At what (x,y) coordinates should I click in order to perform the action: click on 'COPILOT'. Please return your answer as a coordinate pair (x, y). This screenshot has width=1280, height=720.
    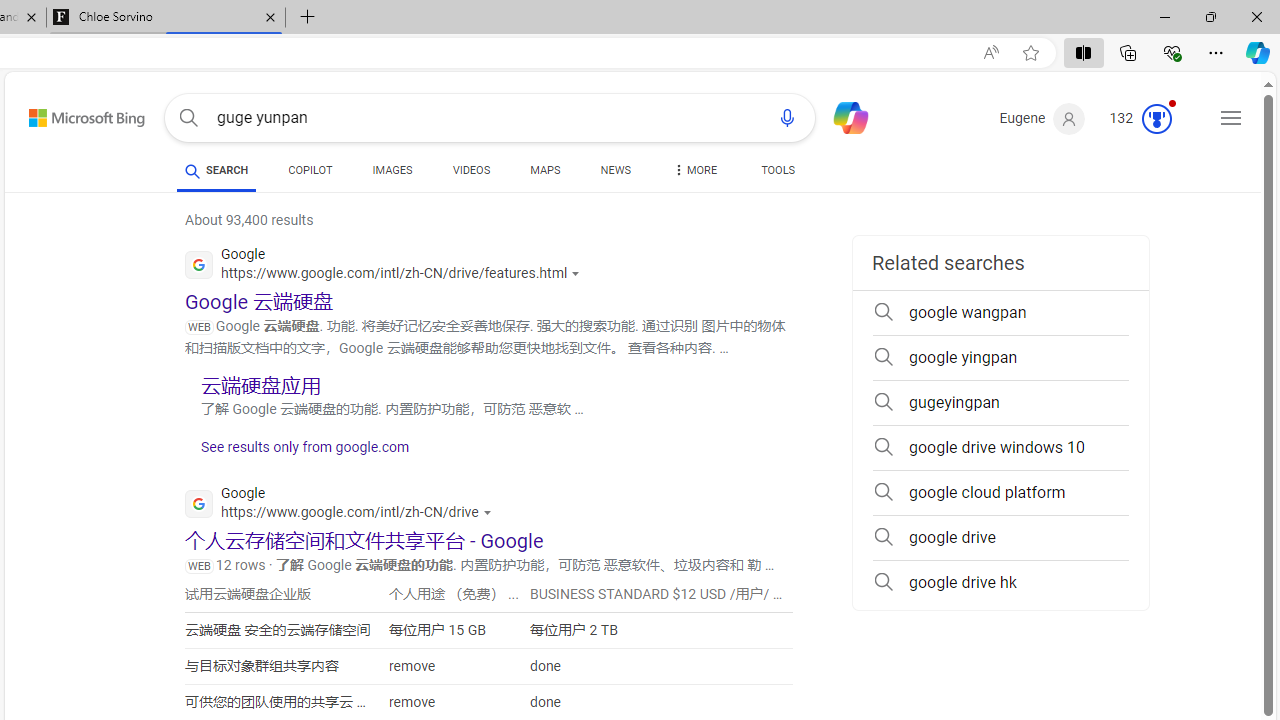
    Looking at the image, I should click on (309, 172).